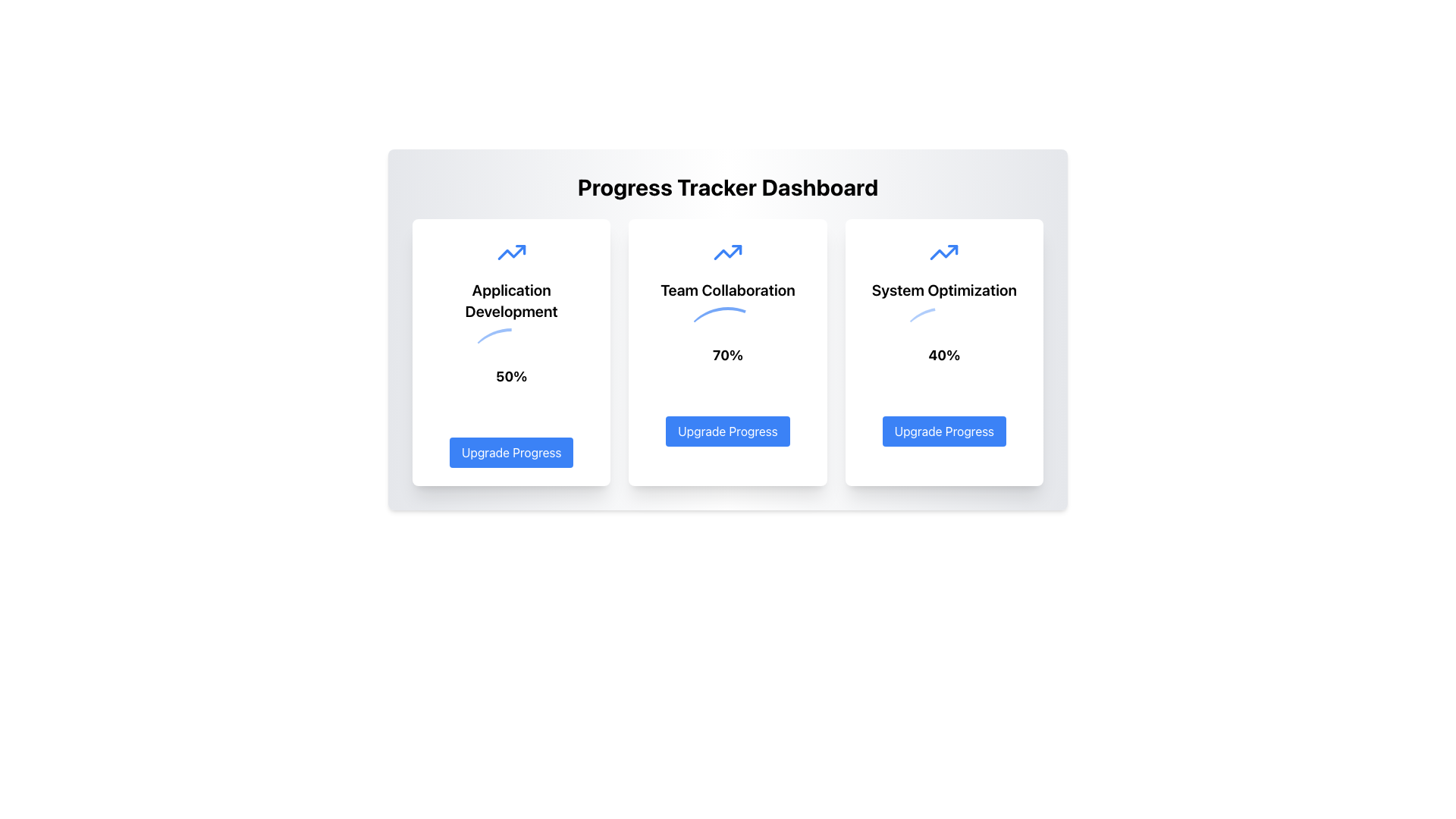 The width and height of the screenshot is (1456, 819). I want to click on the 'Upgrade Progress' button, which is a rectangular button with a blue background and white text, located below the '70%' text in the 'Team Collaboration' card, so click(728, 431).